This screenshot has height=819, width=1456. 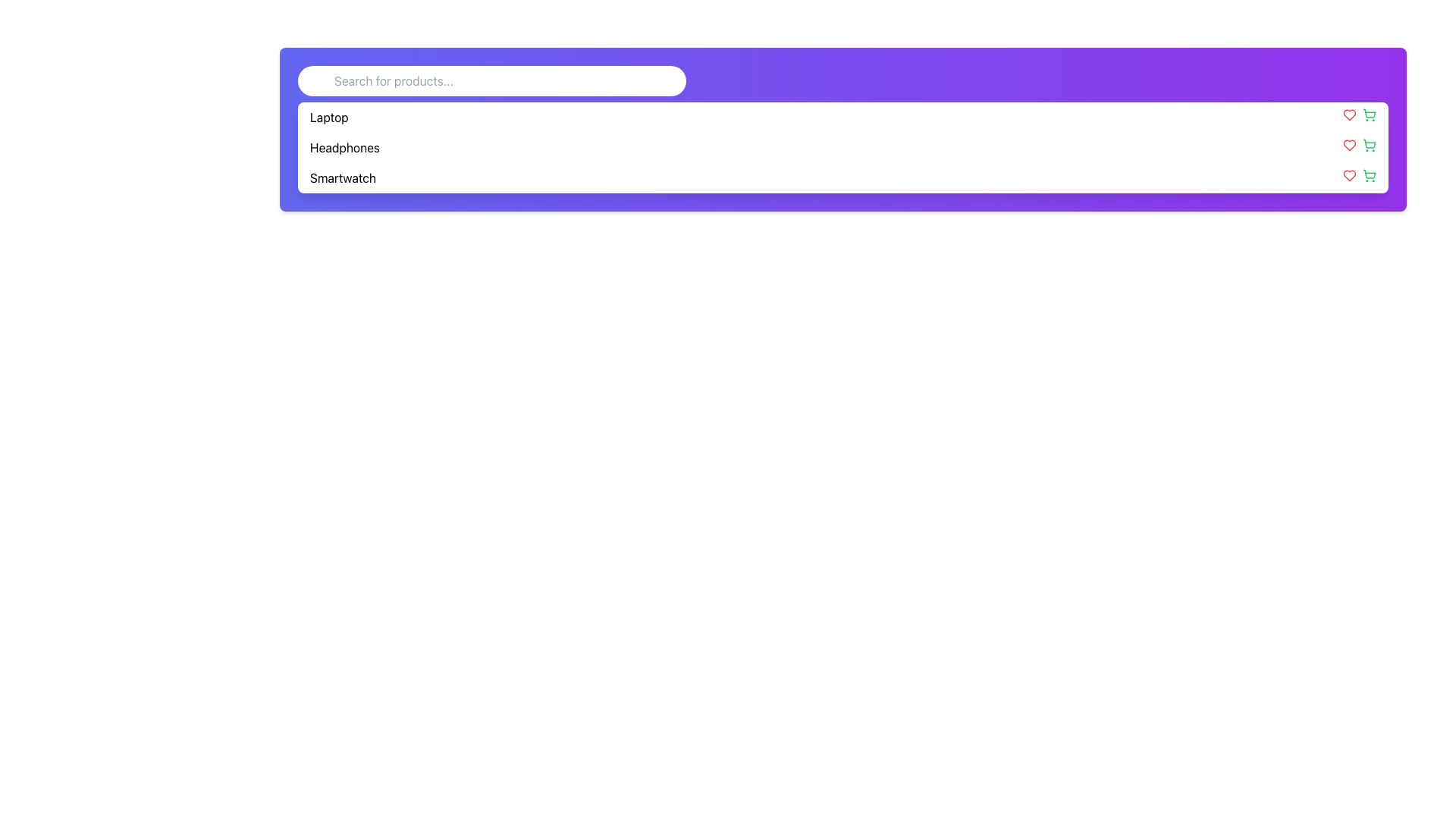 What do you see at coordinates (328, 116) in the screenshot?
I see `the 'Laptop' option in the dropdown list beneath the search bar` at bounding box center [328, 116].